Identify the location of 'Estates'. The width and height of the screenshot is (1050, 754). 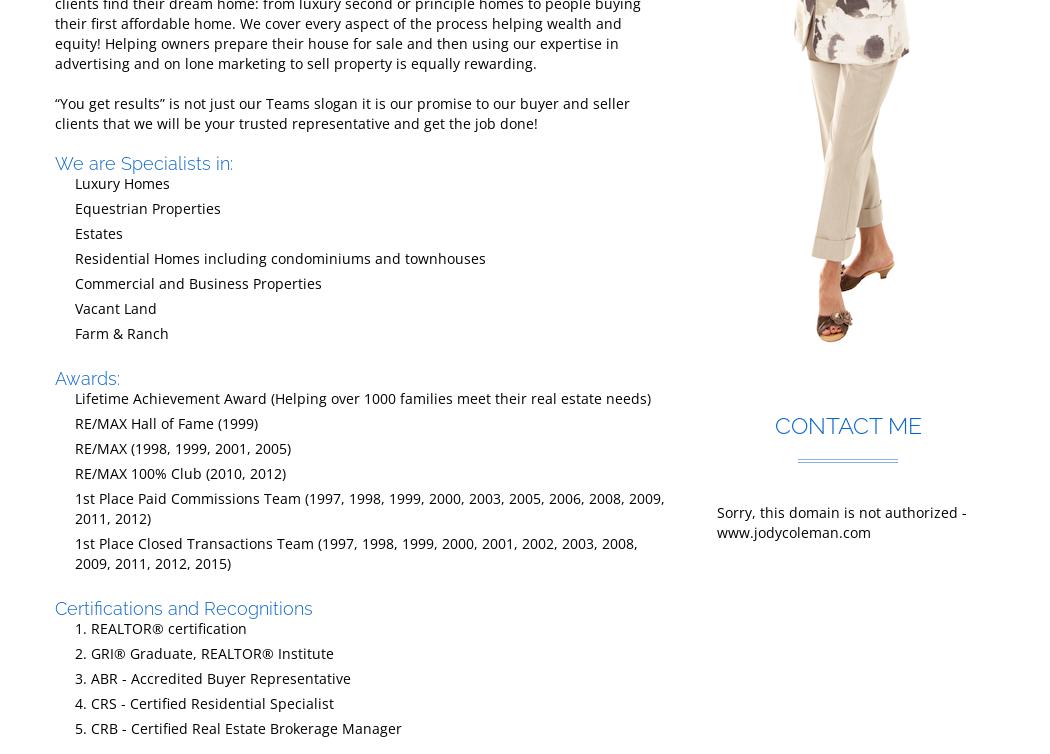
(73, 232).